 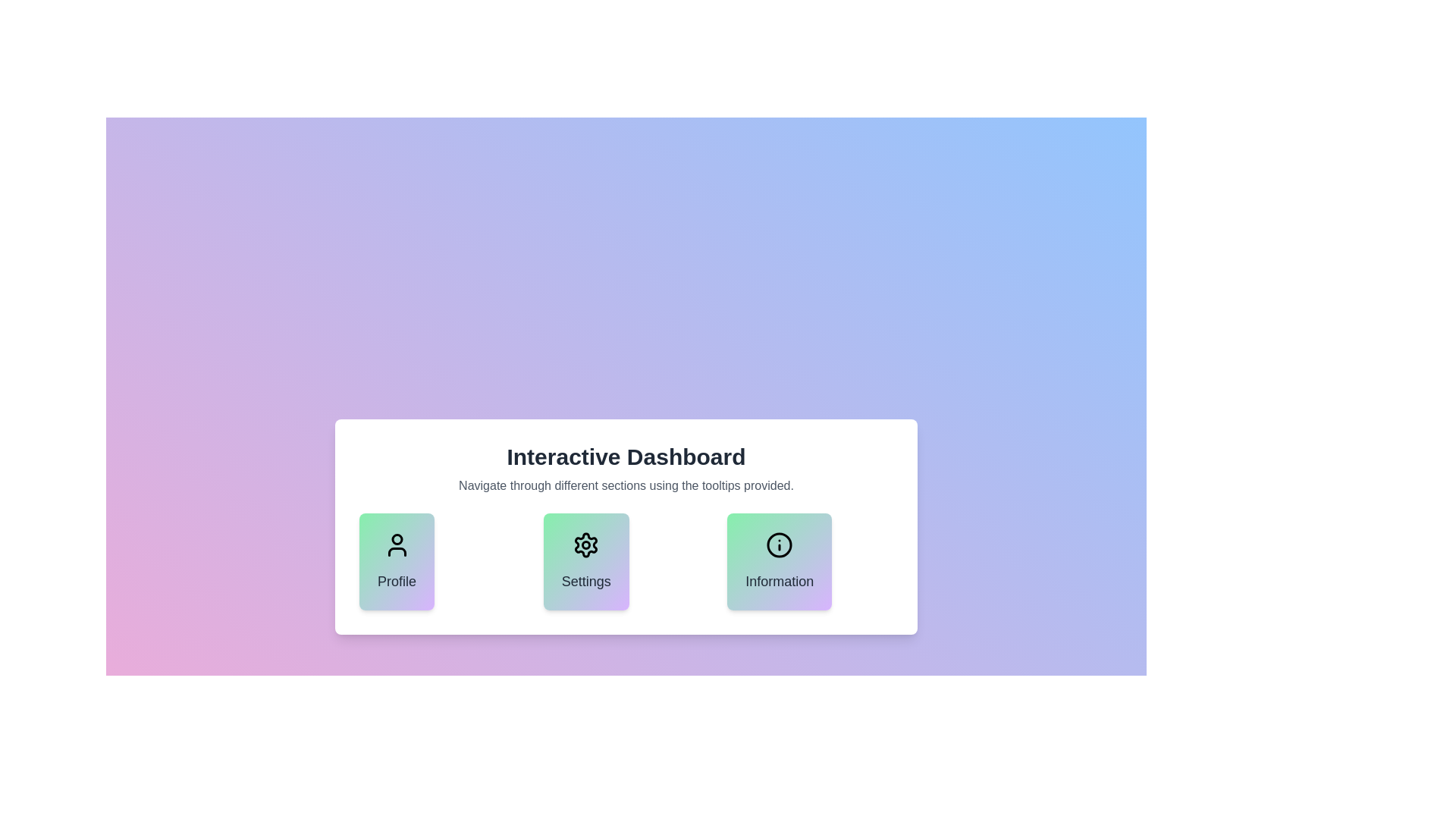 What do you see at coordinates (397, 538) in the screenshot?
I see `the central Circle element in the SVG graphic representing the user profile within the 'Profile' card` at bounding box center [397, 538].